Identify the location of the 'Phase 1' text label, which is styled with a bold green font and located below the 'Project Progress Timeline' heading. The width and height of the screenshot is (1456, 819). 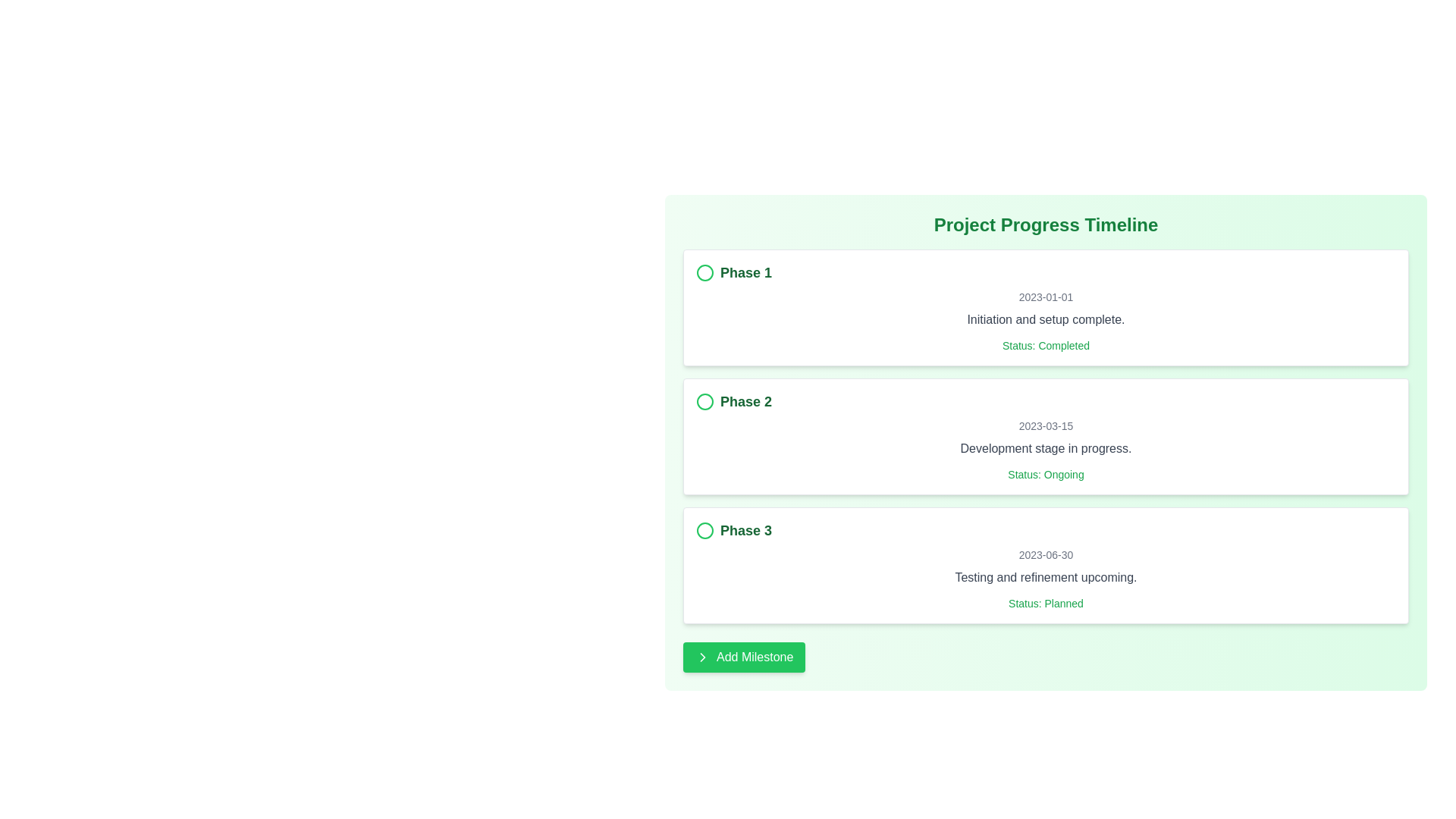
(745, 271).